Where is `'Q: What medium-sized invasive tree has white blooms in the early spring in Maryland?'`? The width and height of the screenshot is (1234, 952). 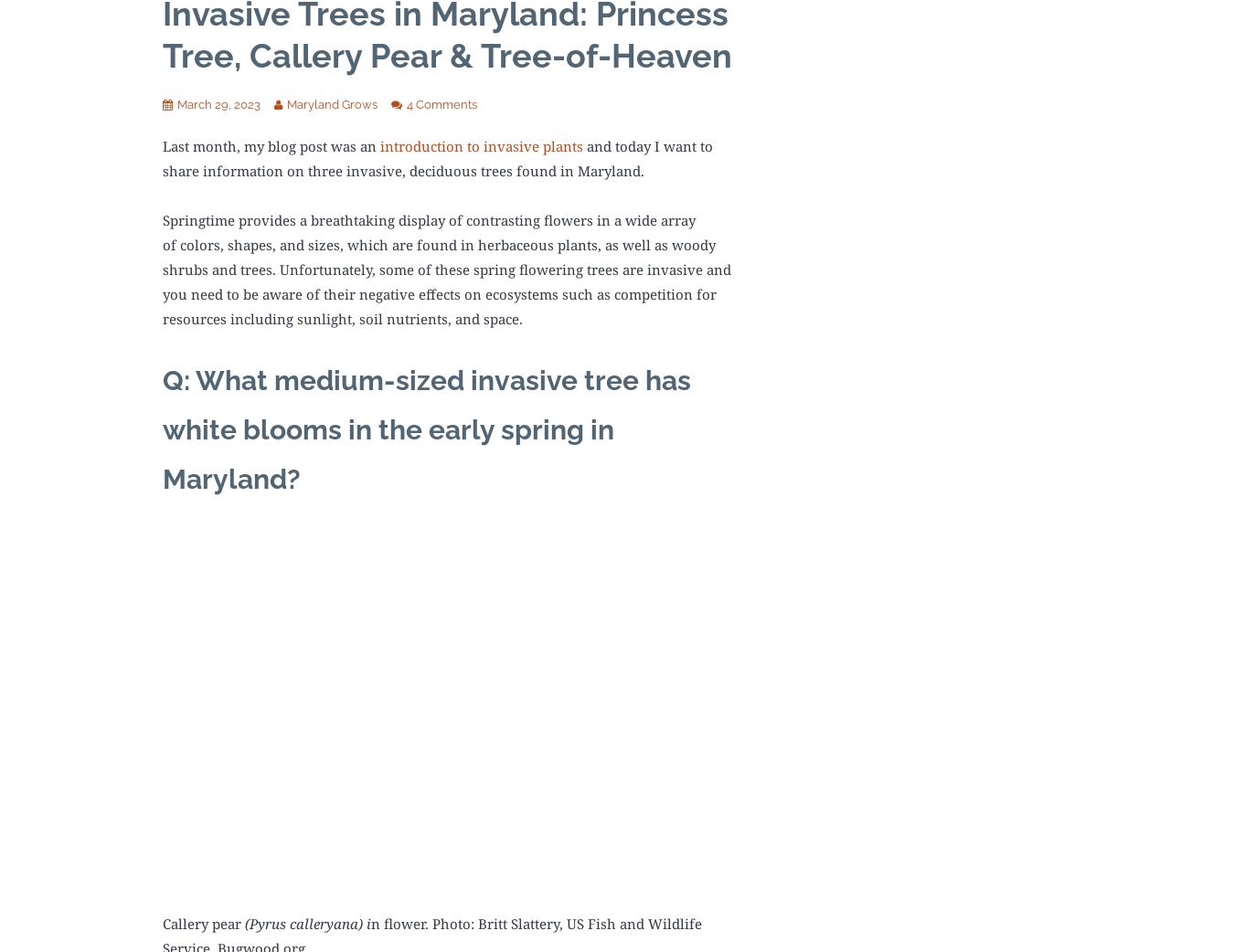 'Q: What medium-sized invasive tree has white blooms in the early spring in Maryland?' is located at coordinates (425, 428).